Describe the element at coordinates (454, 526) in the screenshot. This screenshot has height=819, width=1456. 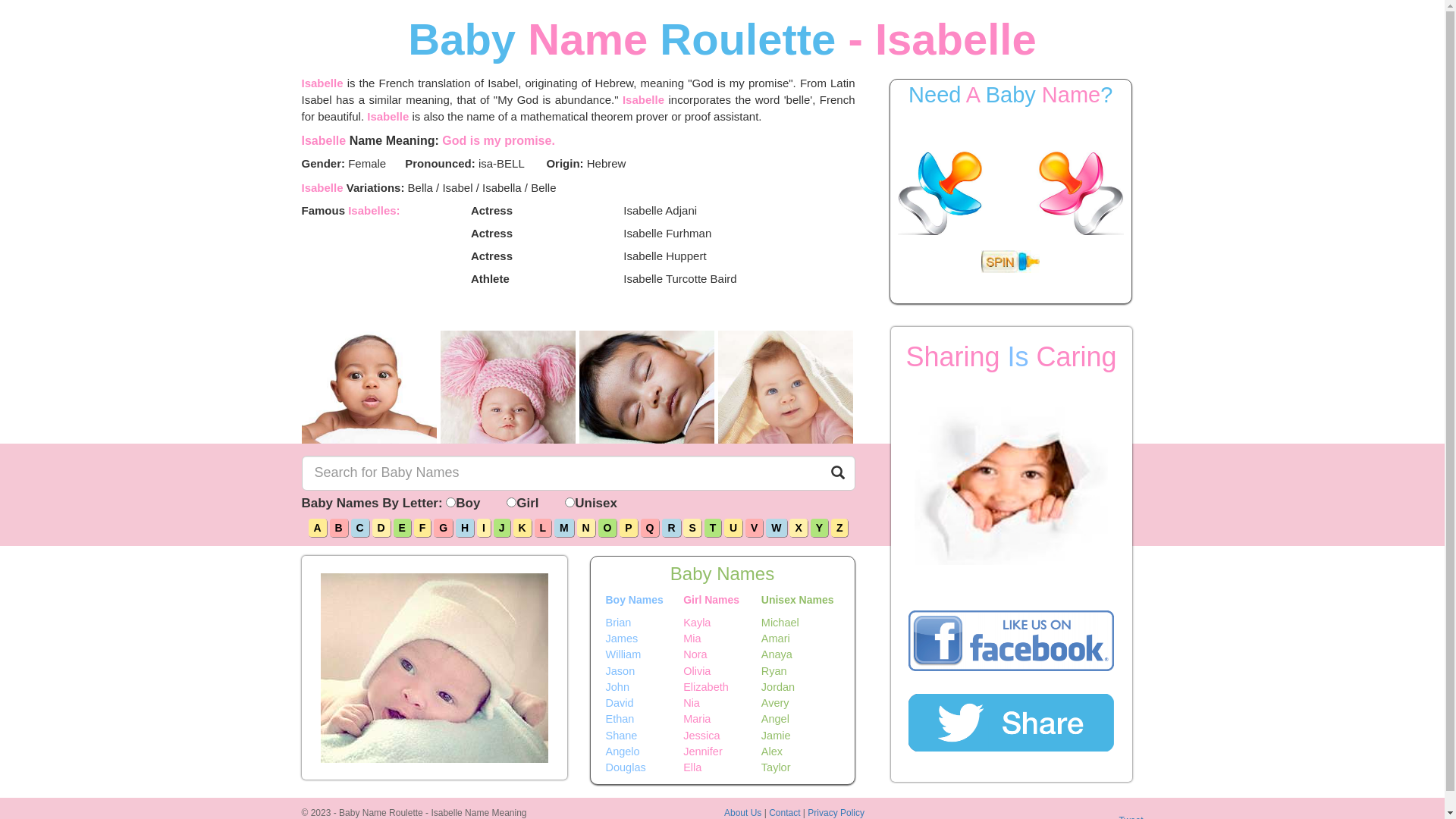
I see `'H'` at that location.